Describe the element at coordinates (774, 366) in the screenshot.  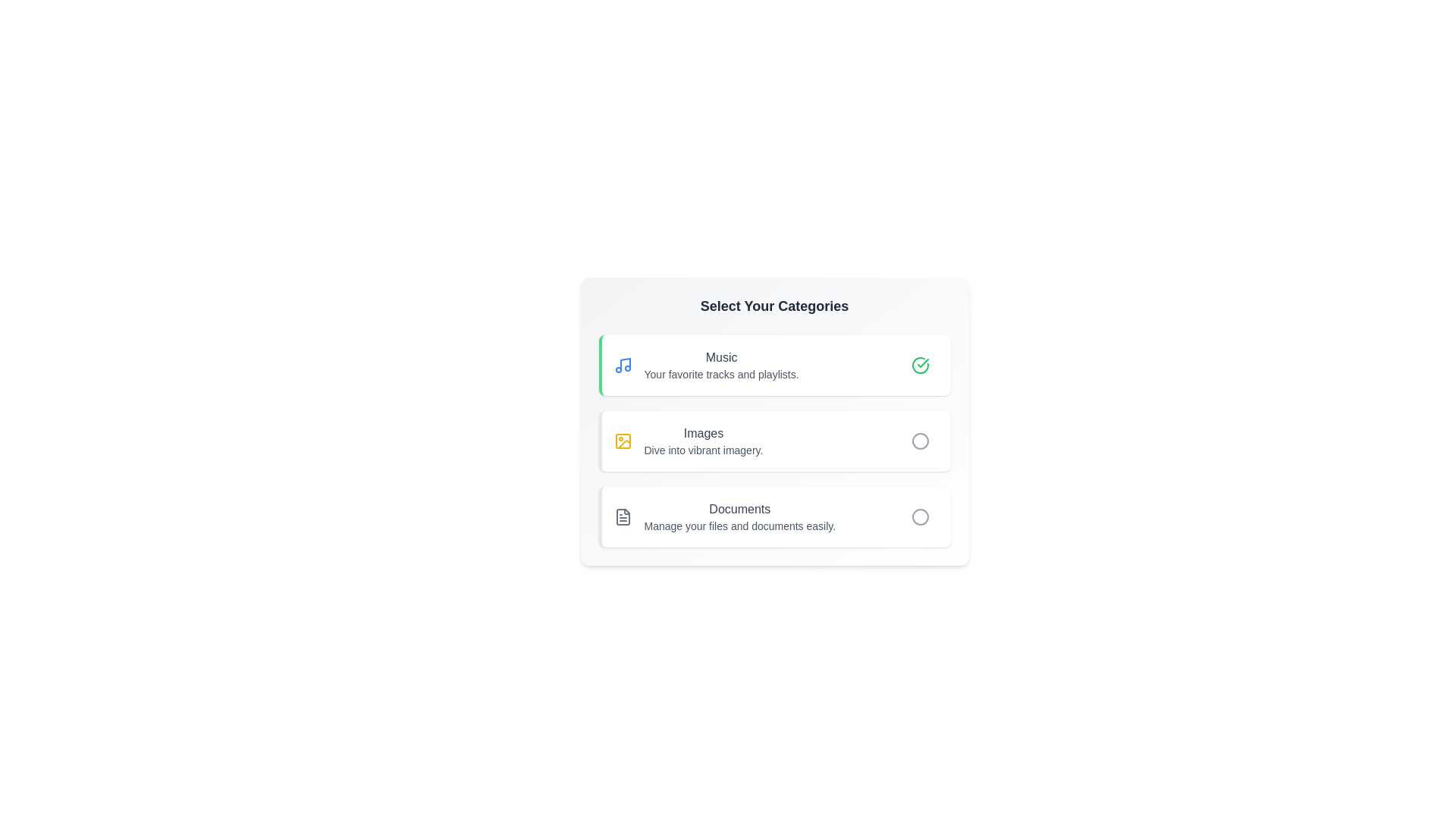
I see `the category Music` at that location.